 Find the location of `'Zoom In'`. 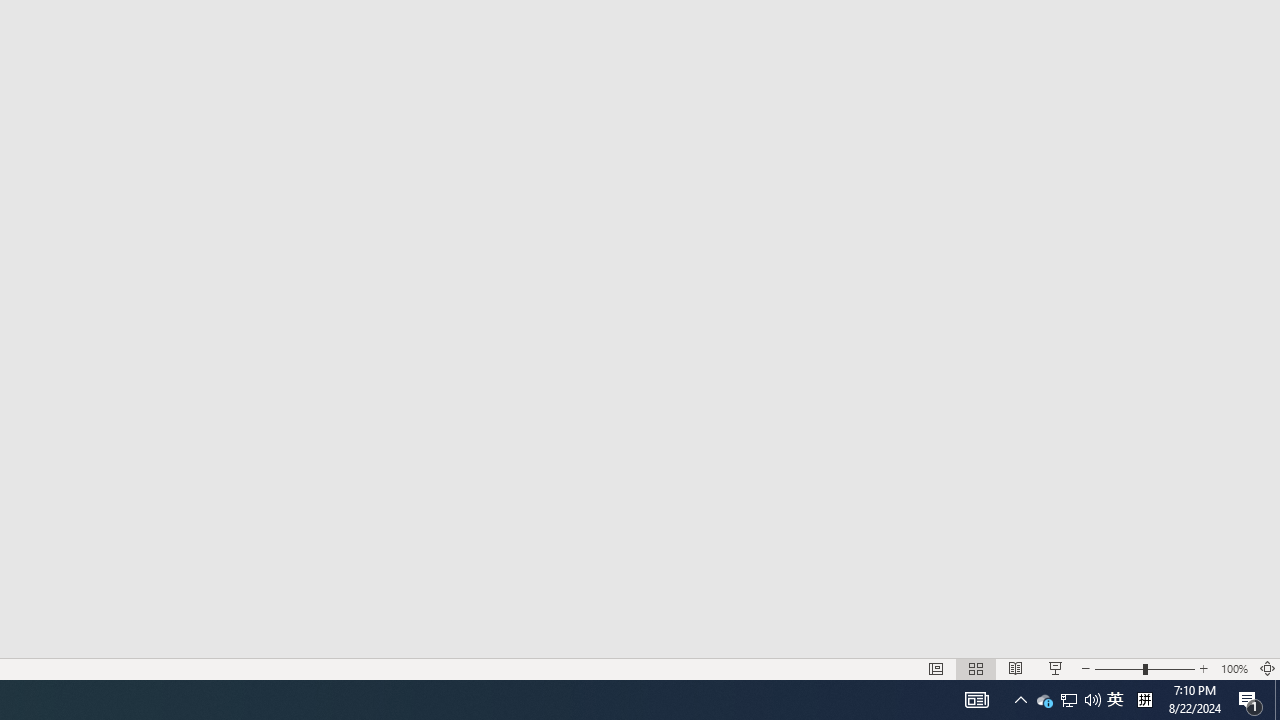

'Zoom In' is located at coordinates (1203, 669).